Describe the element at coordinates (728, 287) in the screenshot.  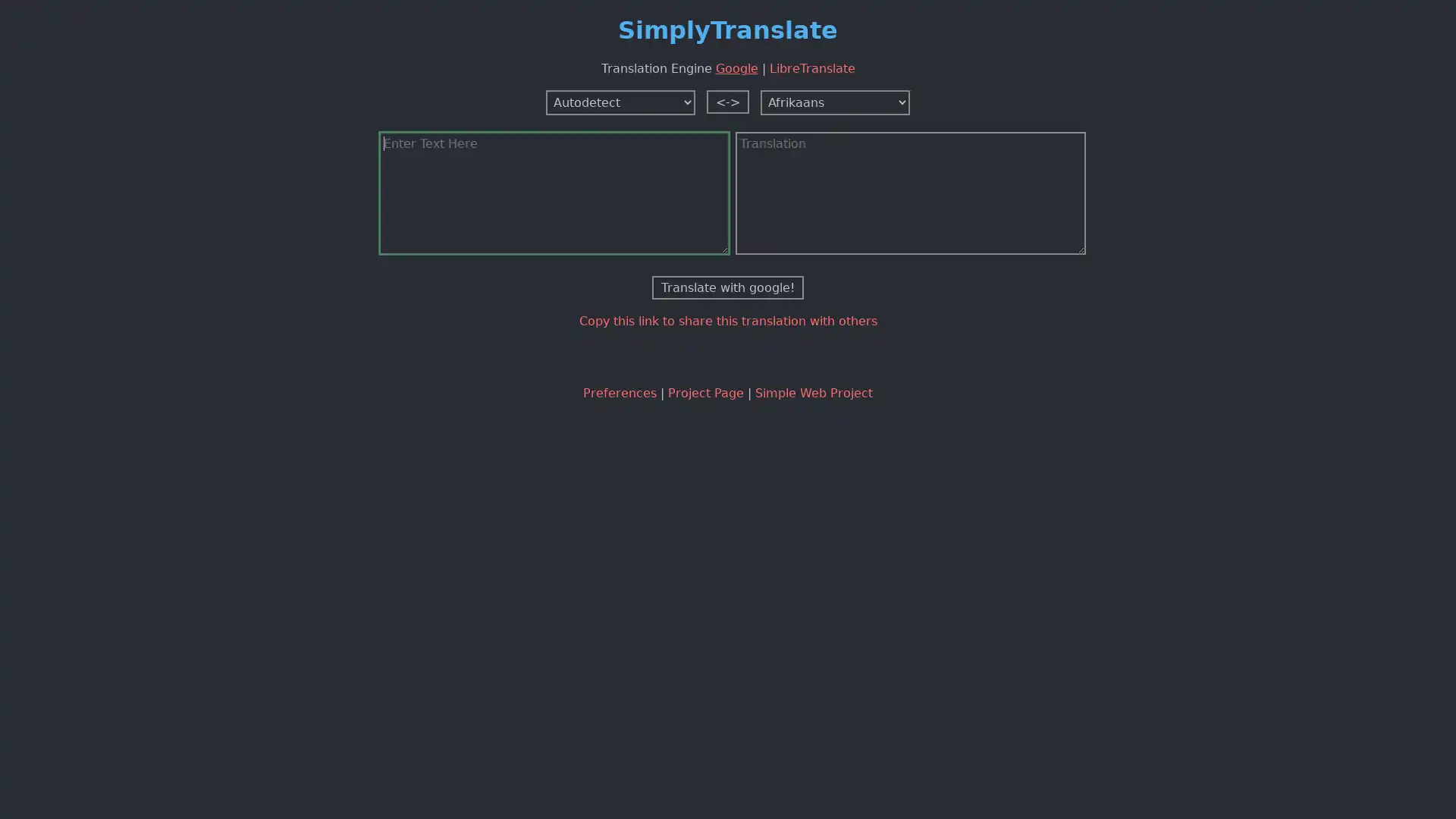
I see `Translate with google!` at that location.